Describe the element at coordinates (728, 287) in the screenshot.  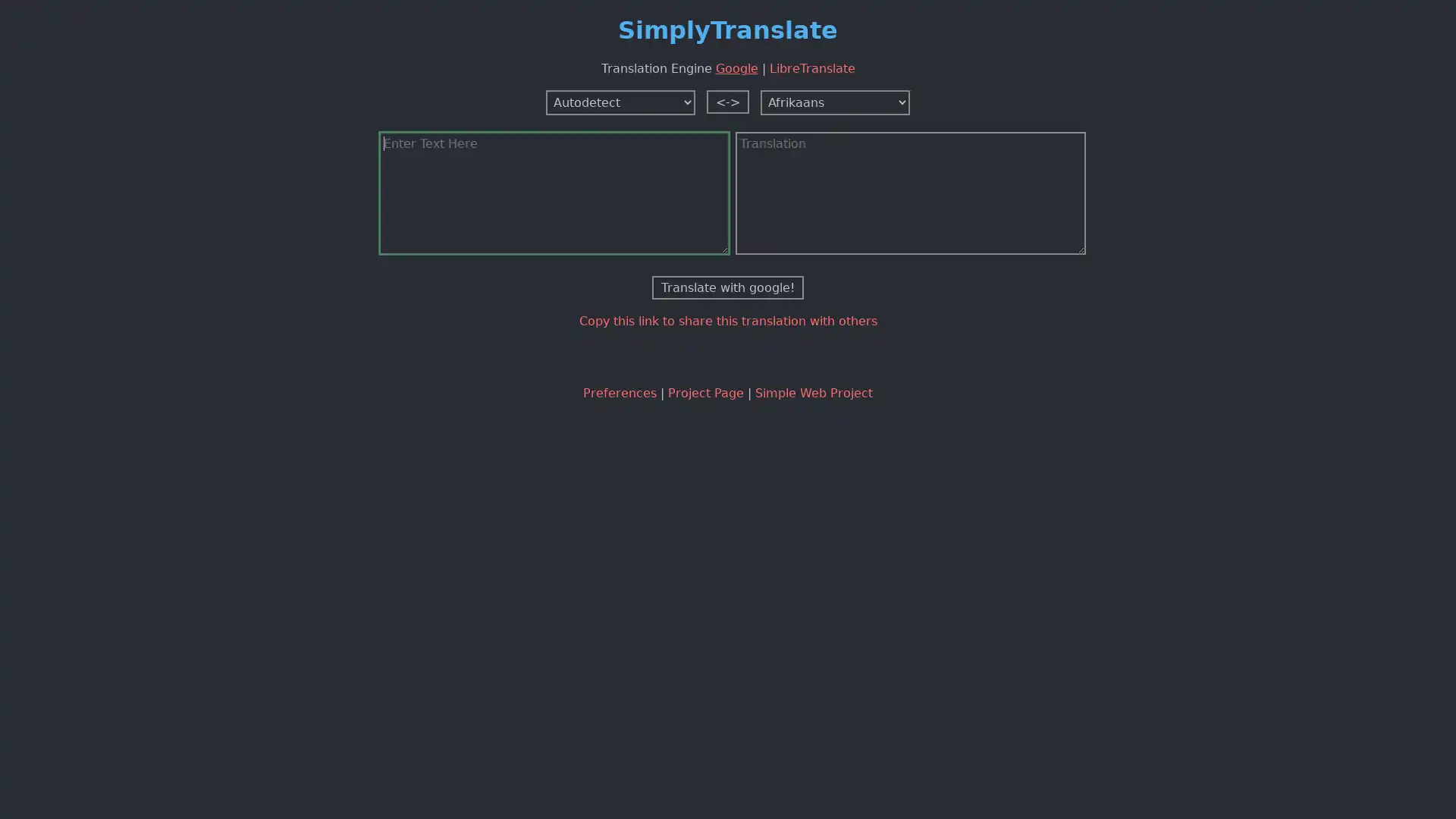
I see `Translate with google!` at that location.